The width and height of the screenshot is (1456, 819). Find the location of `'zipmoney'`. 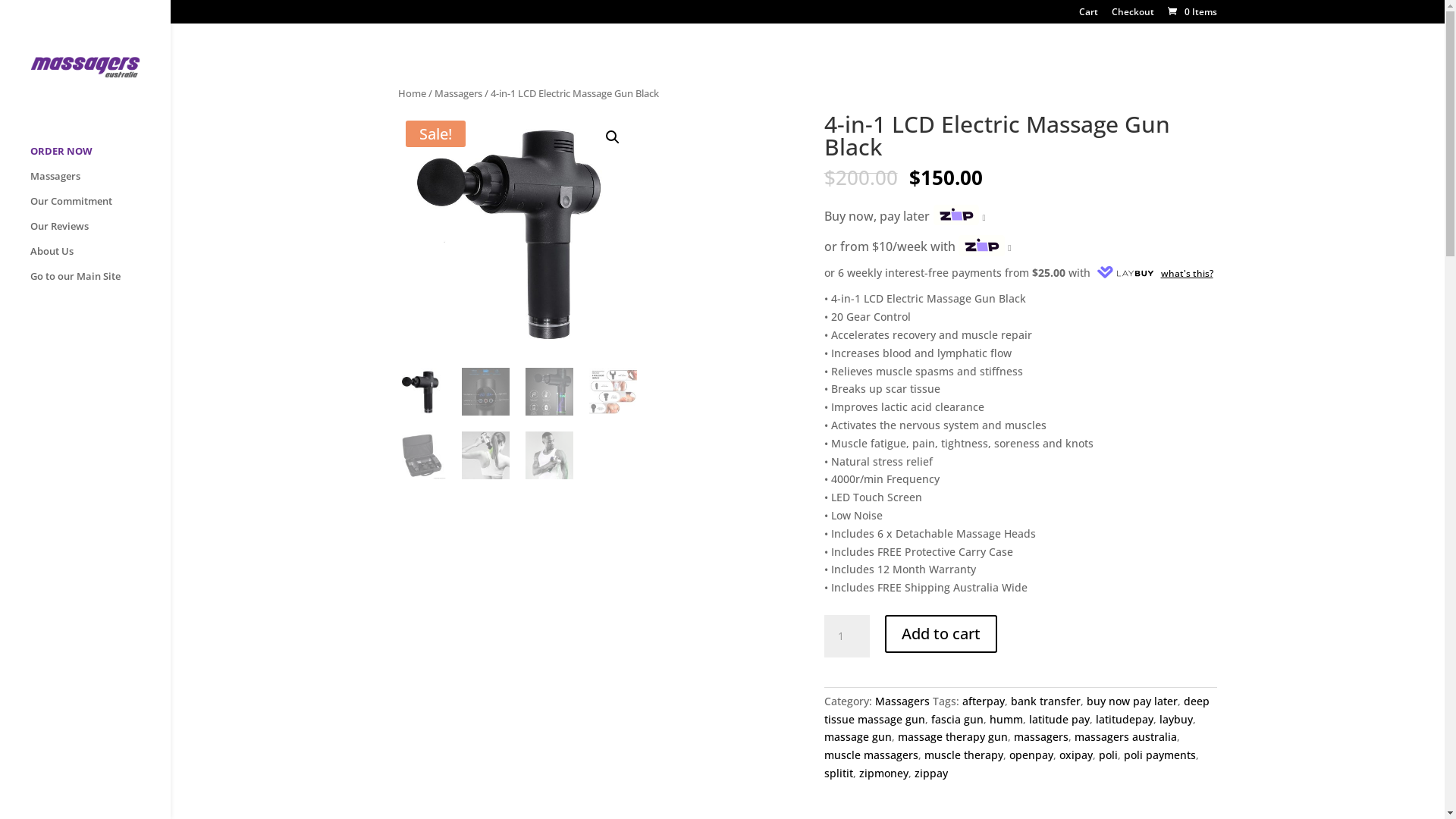

'zipmoney' is located at coordinates (883, 773).